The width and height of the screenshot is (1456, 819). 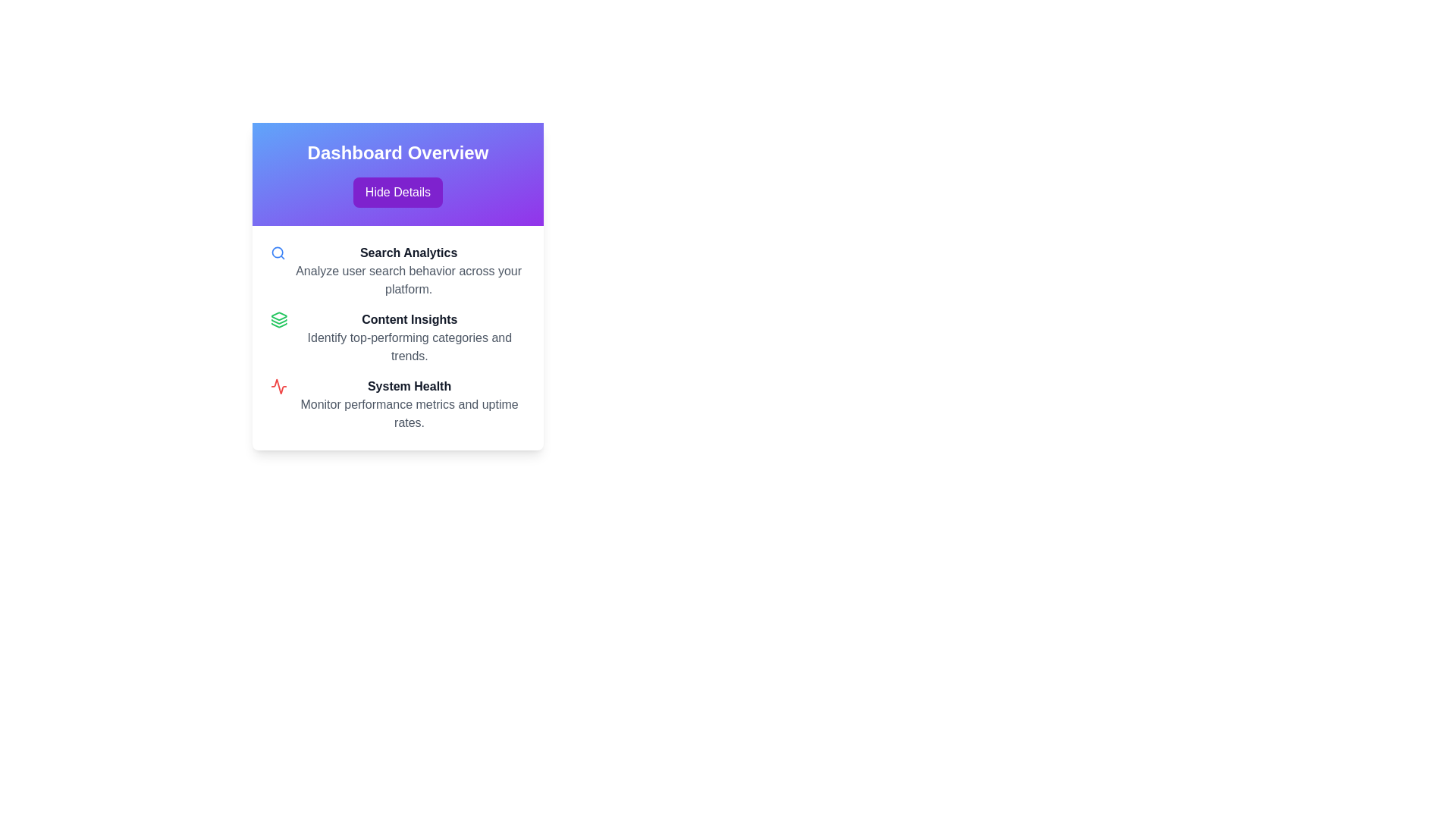 I want to click on the informational block that provides details about the 'Search Analytics' feature, located directly underneath the 'Hide Details' button, so click(x=397, y=271).